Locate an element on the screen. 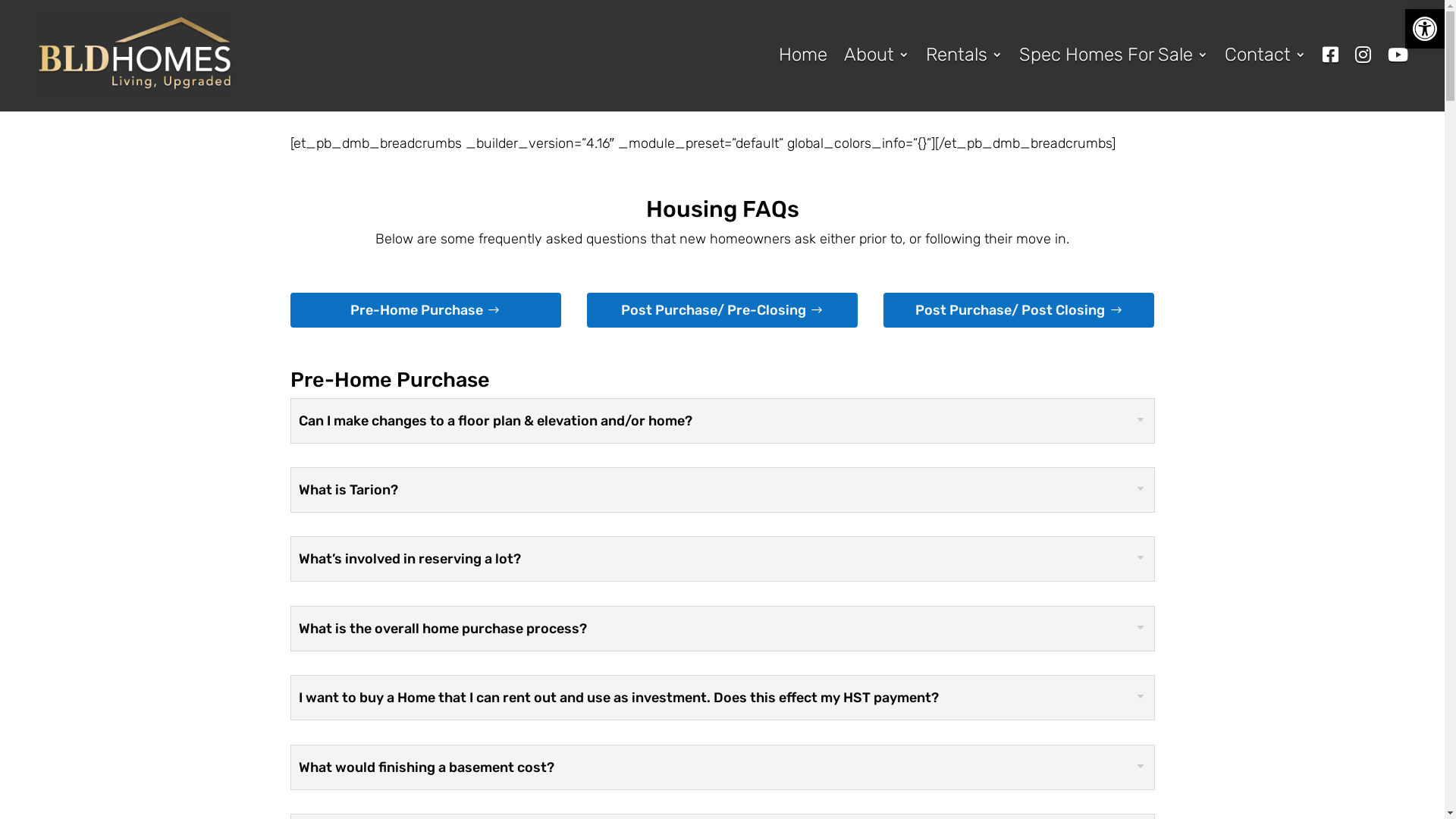 Image resolution: width=1456 pixels, height=819 pixels. 'Post Purchase/ Pre-Closing' is located at coordinates (721, 309).